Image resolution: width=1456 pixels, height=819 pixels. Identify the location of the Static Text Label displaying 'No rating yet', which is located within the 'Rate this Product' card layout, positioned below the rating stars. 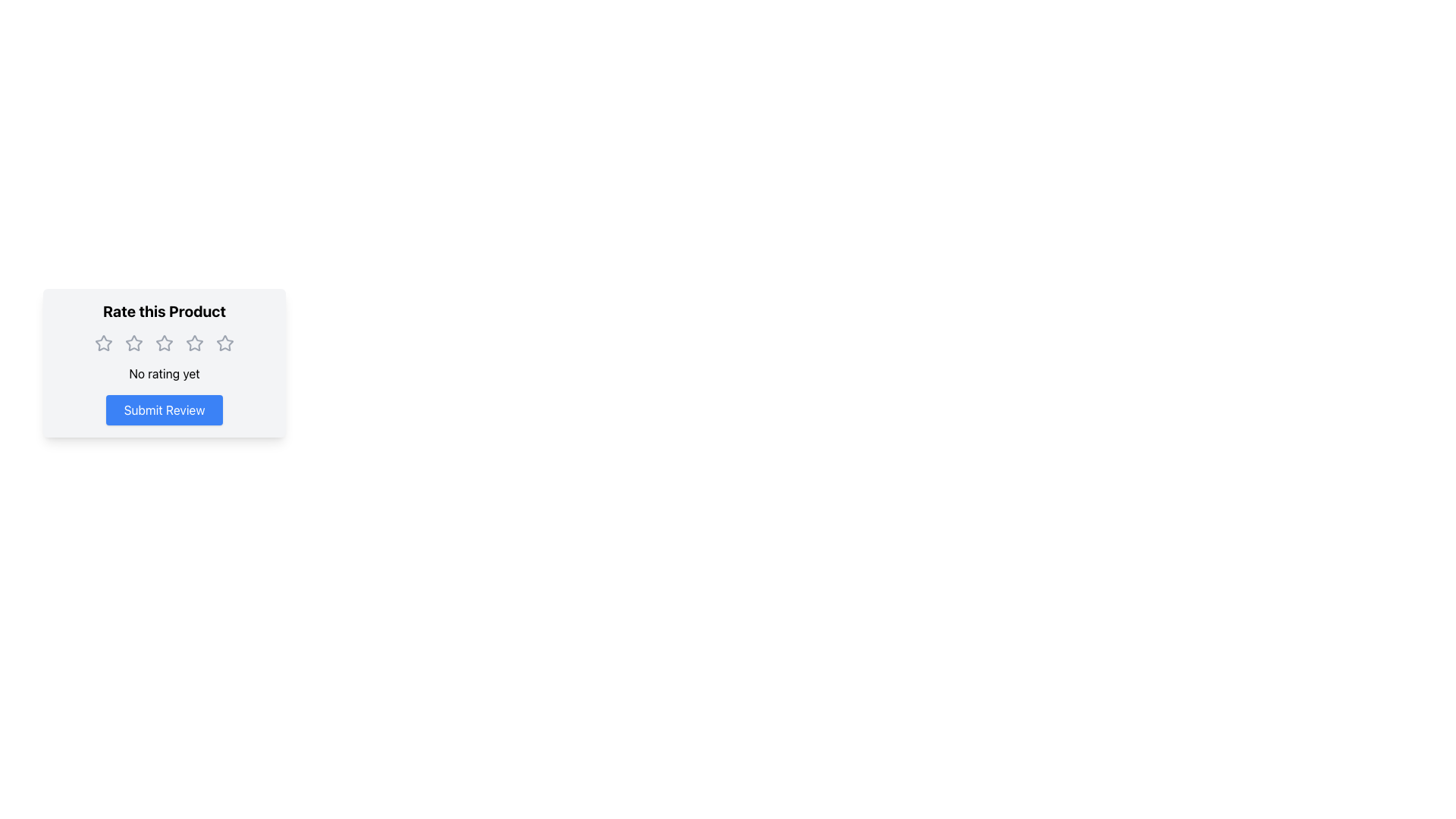
(164, 374).